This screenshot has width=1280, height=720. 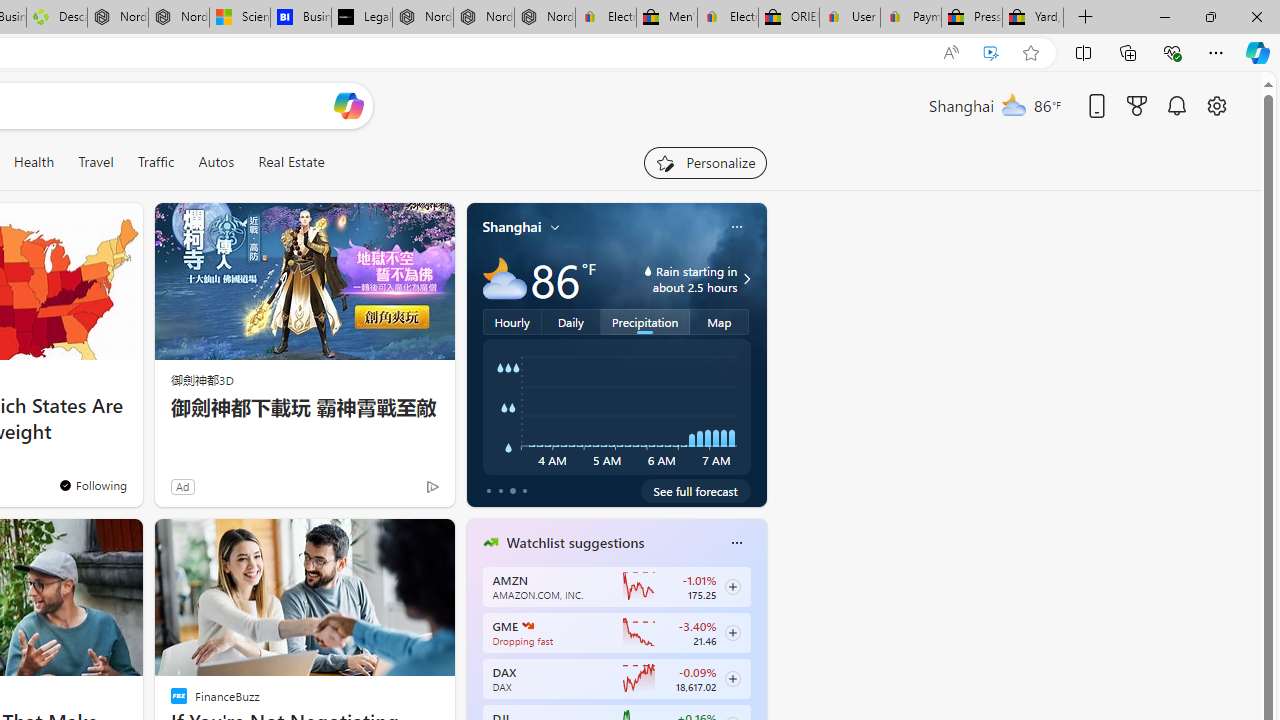 I want to click on 'Payments Terms of Use | eBay.com', so click(x=909, y=17).